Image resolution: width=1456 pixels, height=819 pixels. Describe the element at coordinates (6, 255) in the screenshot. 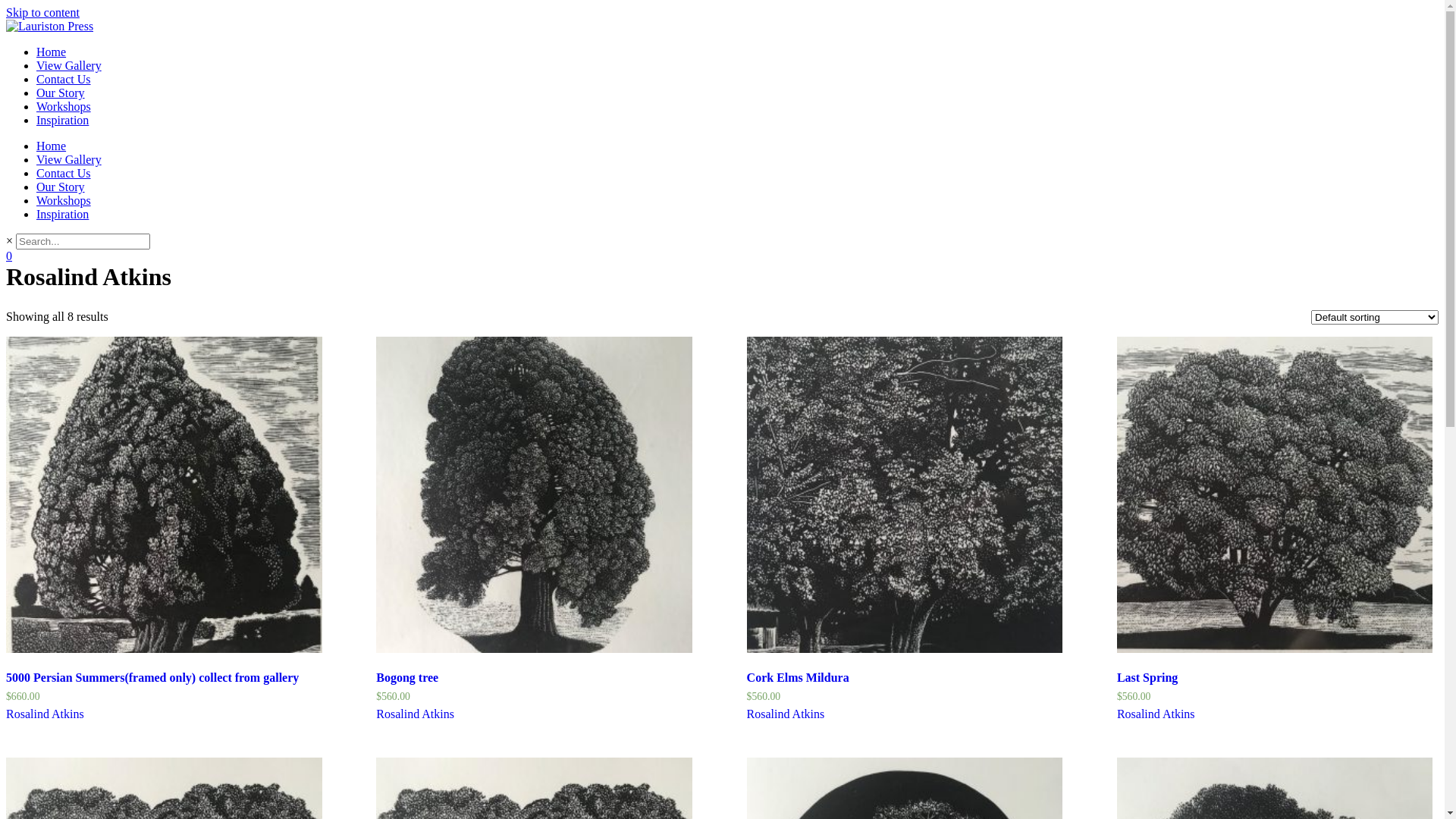

I see `'0'` at that location.